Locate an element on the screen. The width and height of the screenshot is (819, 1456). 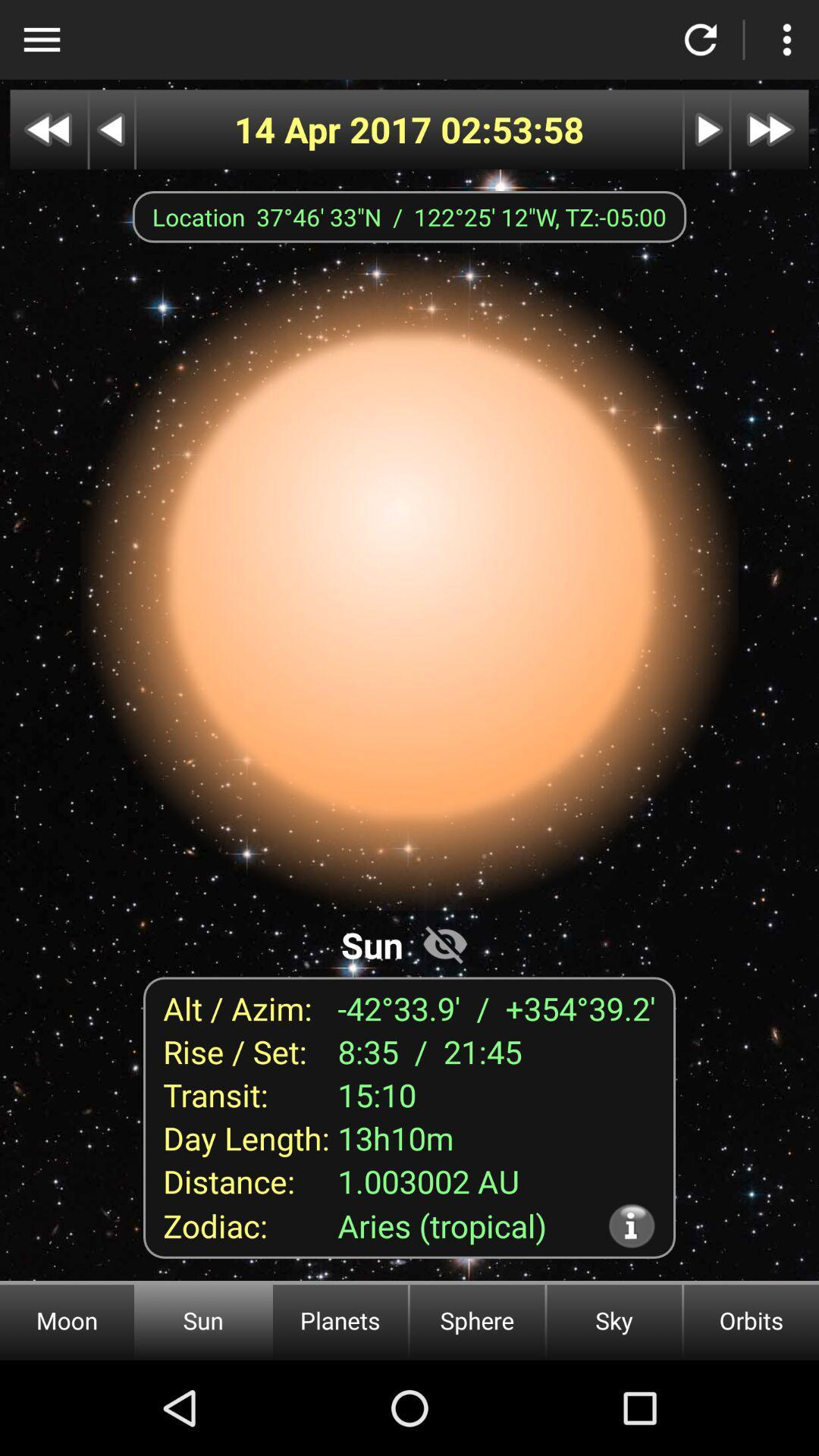
the info icon is located at coordinates (632, 1225).